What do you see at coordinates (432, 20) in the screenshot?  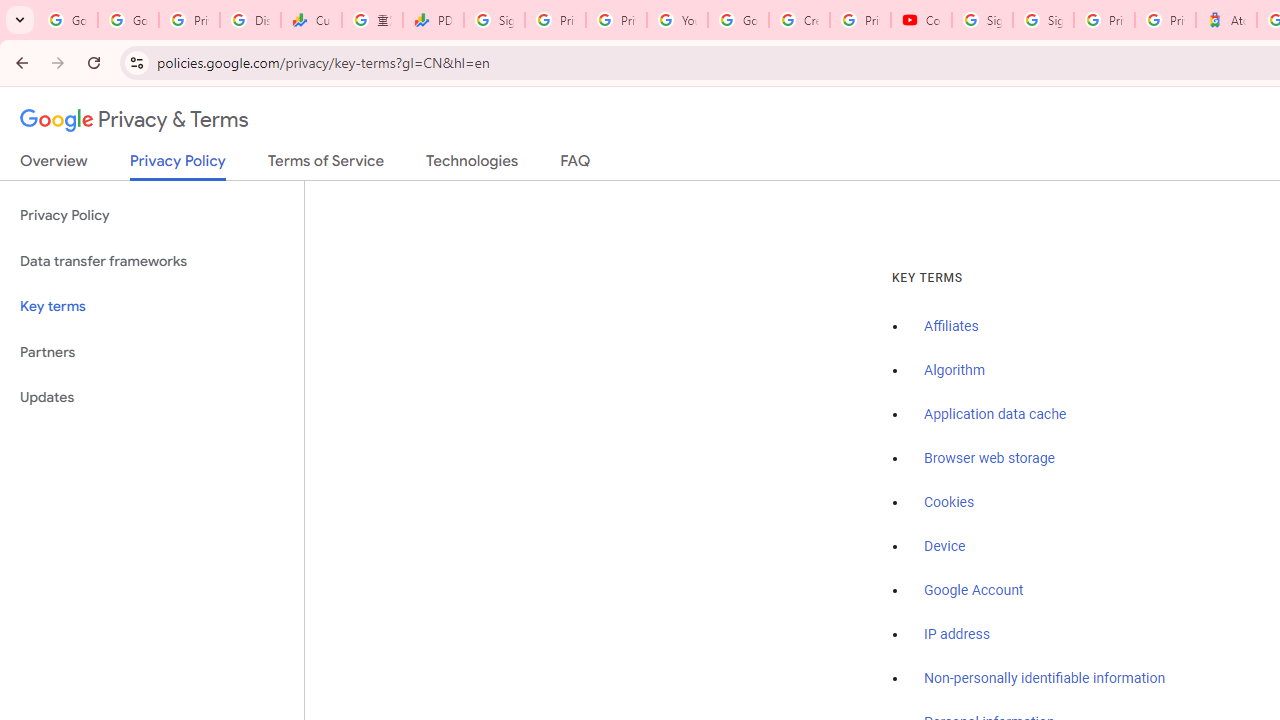 I see `'PDD Holdings Inc - ADR (PDD) Price & News - Google Finance'` at bounding box center [432, 20].